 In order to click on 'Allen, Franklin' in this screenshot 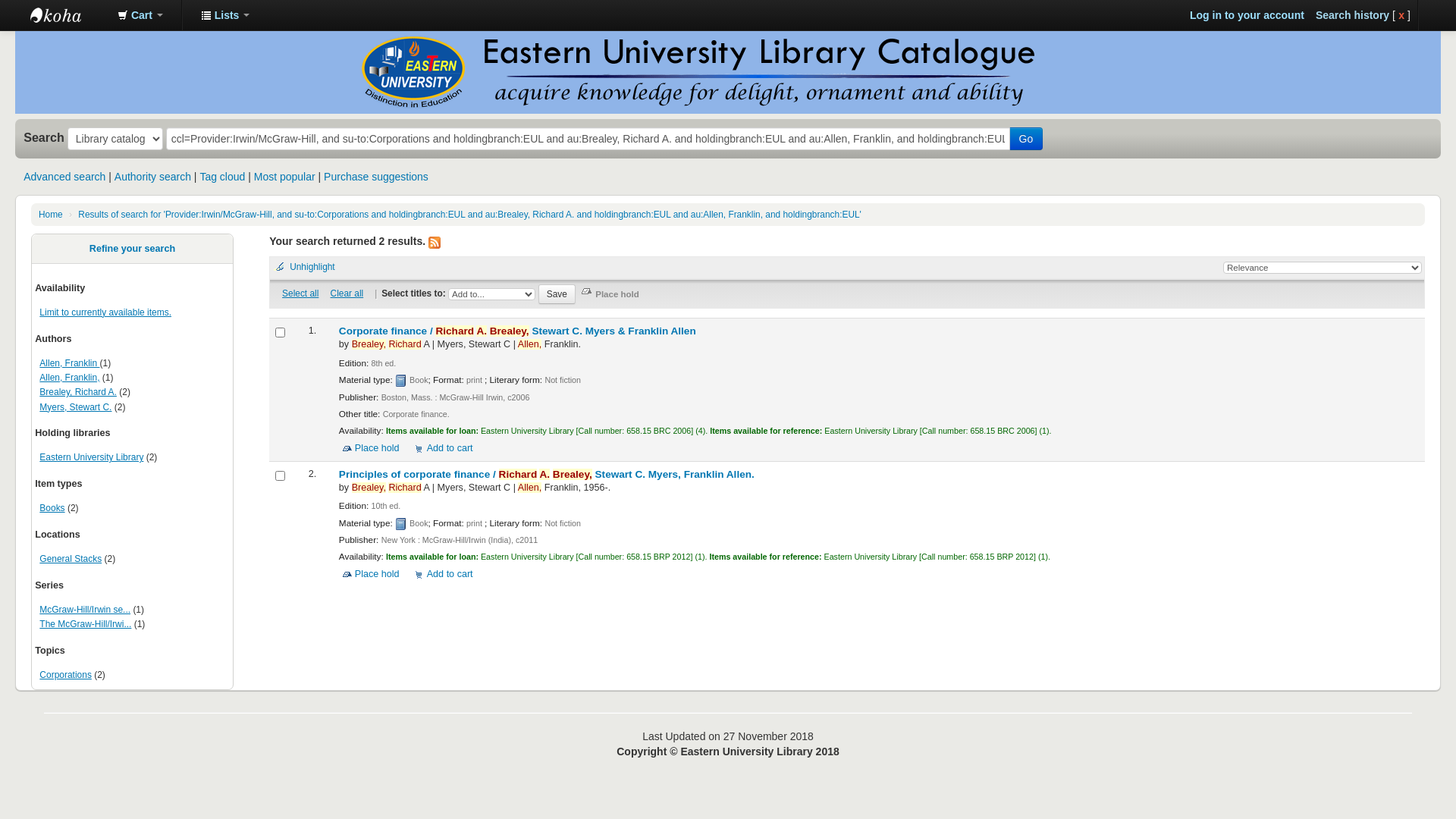, I will do `click(68, 362)`.